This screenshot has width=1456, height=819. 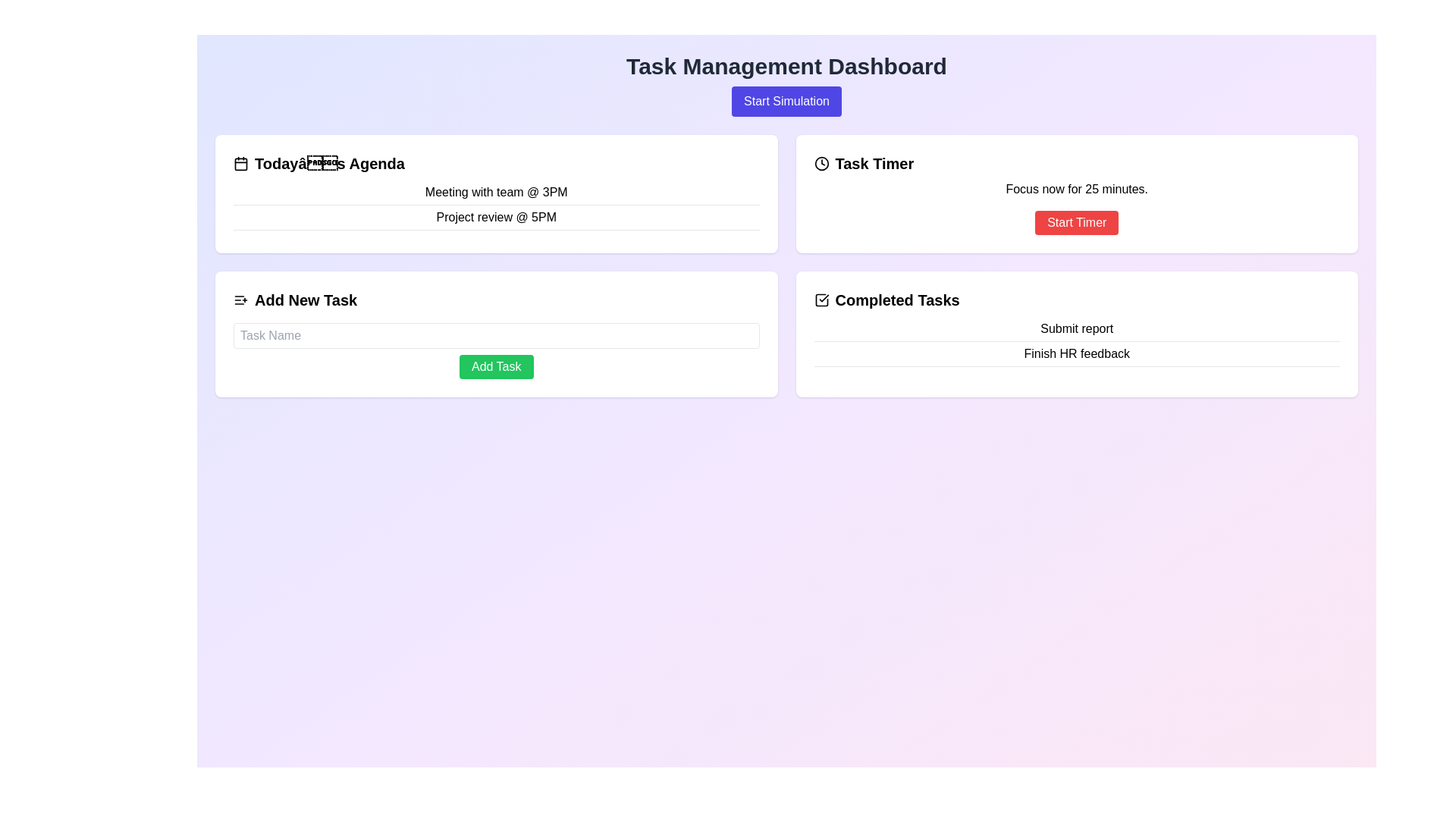 What do you see at coordinates (1076, 189) in the screenshot?
I see `the informational text label in the 'Task Timer' section, located below the 'Task Timer' heading and clock icon, and above the red 'Start Timer' button` at bounding box center [1076, 189].